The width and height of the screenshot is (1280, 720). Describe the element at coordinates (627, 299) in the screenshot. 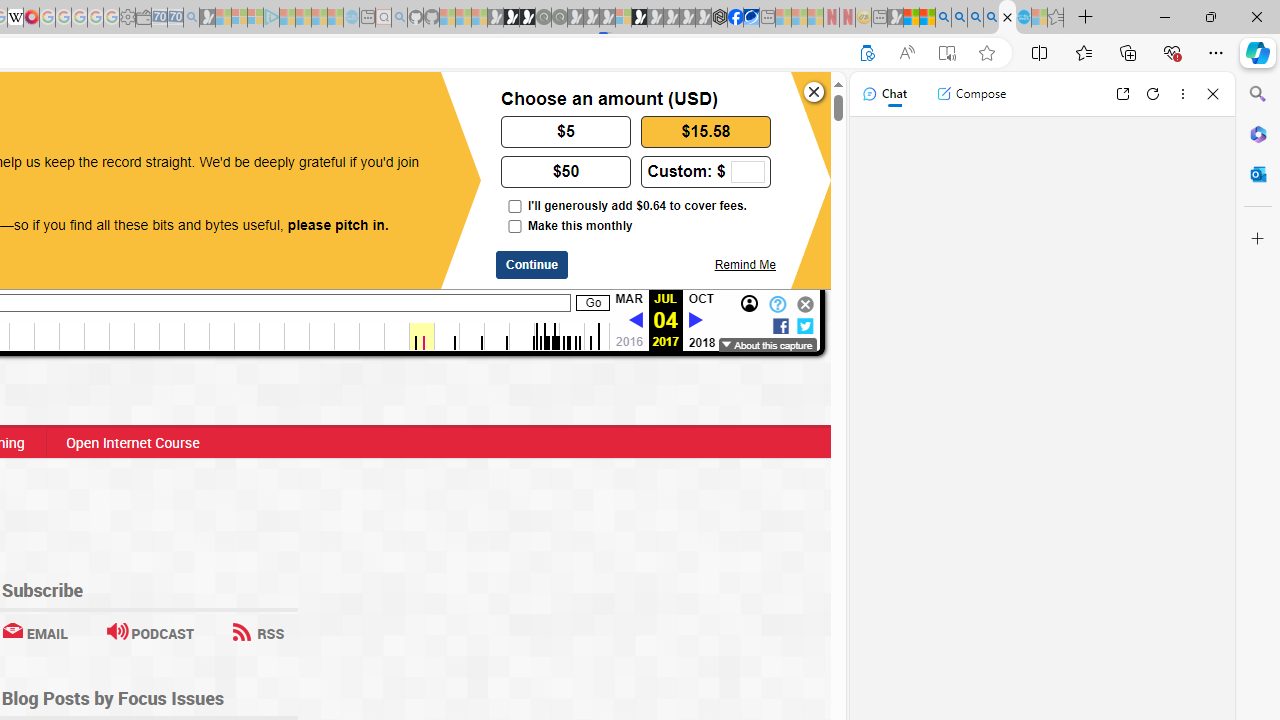

I see `'MAR'` at that location.